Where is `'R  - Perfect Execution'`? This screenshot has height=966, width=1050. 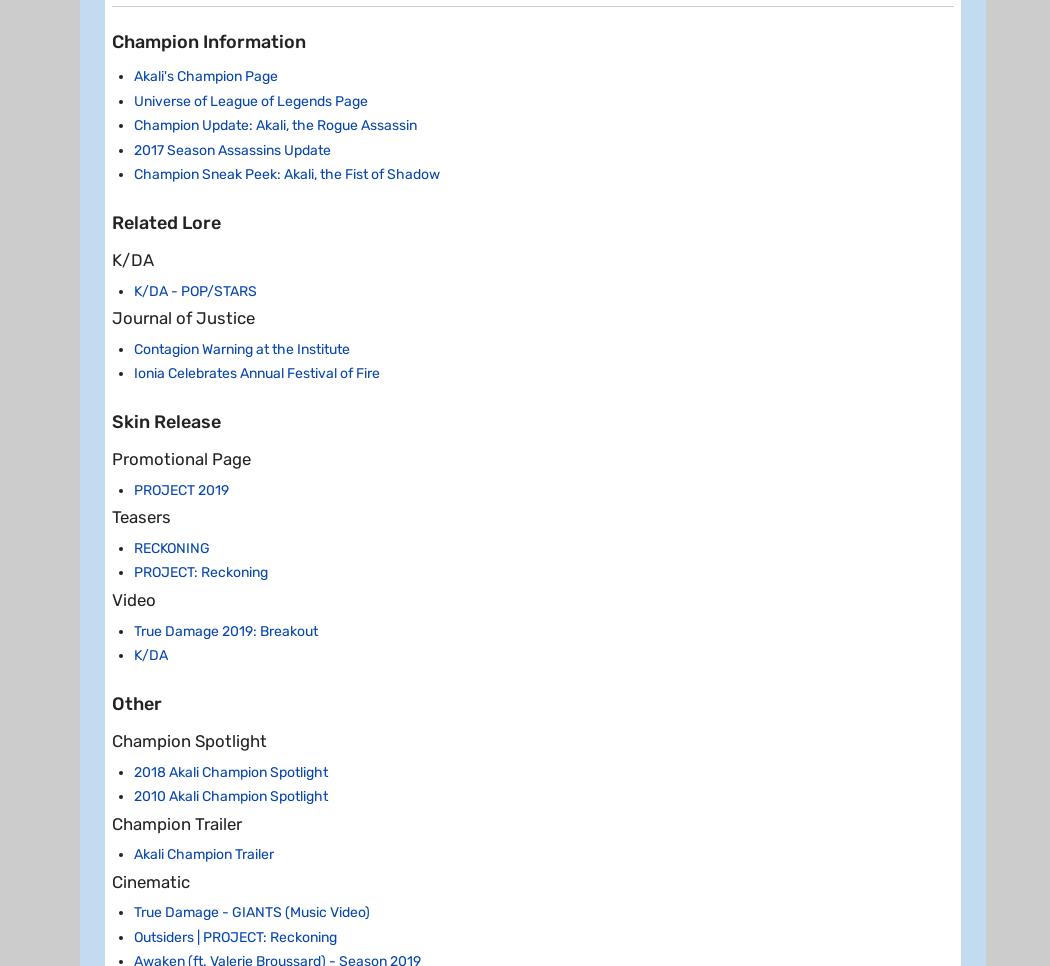
'R  - Perfect Execution' is located at coordinates (237, 114).